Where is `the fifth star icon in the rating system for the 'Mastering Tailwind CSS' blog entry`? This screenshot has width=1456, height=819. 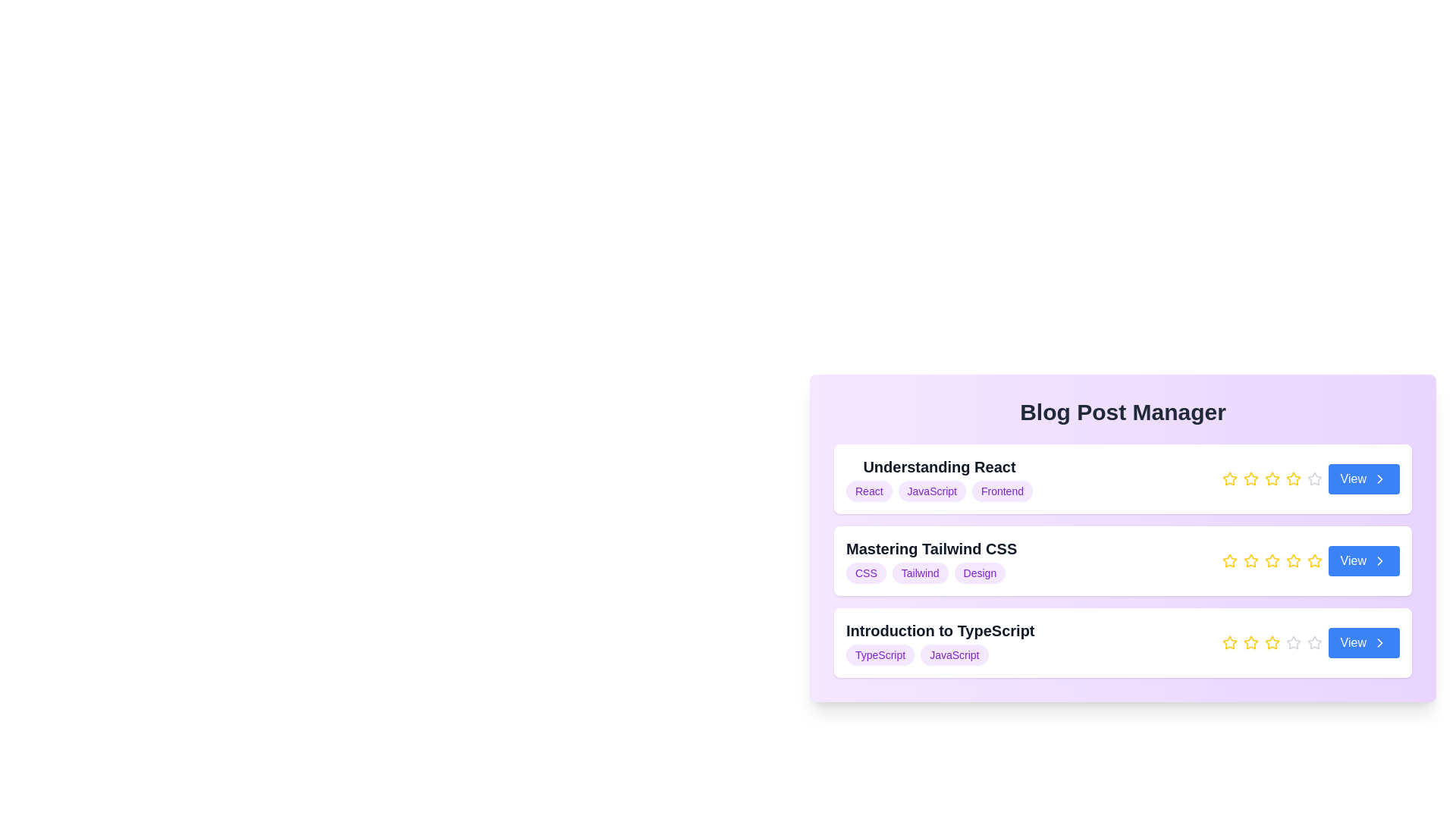 the fifth star icon in the rating system for the 'Mastering Tailwind CSS' blog entry is located at coordinates (1292, 561).